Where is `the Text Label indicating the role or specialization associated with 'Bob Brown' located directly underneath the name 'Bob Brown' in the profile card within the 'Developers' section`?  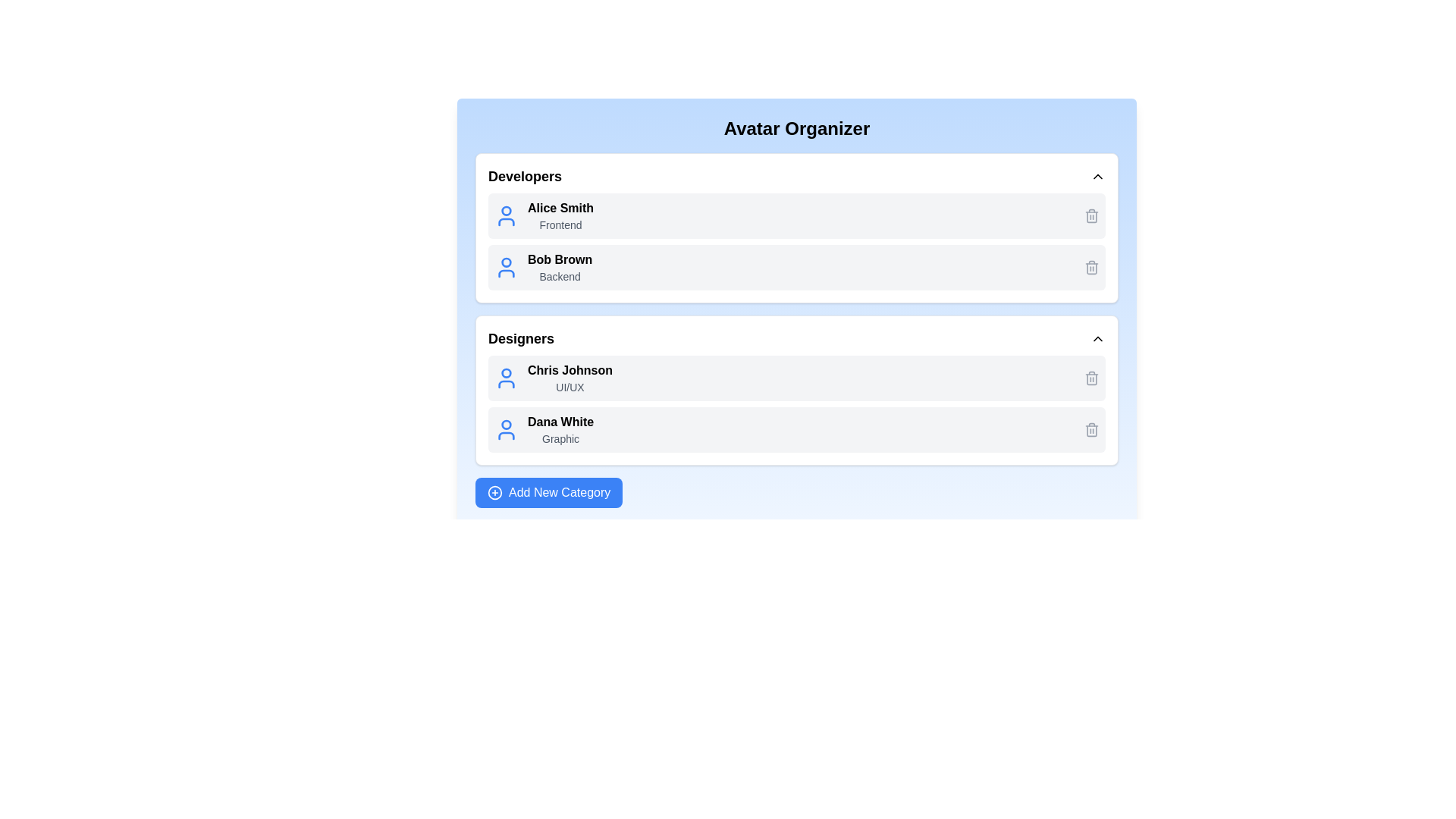 the Text Label indicating the role or specialization associated with 'Bob Brown' located directly underneath the name 'Bob Brown' in the profile card within the 'Developers' section is located at coordinates (559, 277).